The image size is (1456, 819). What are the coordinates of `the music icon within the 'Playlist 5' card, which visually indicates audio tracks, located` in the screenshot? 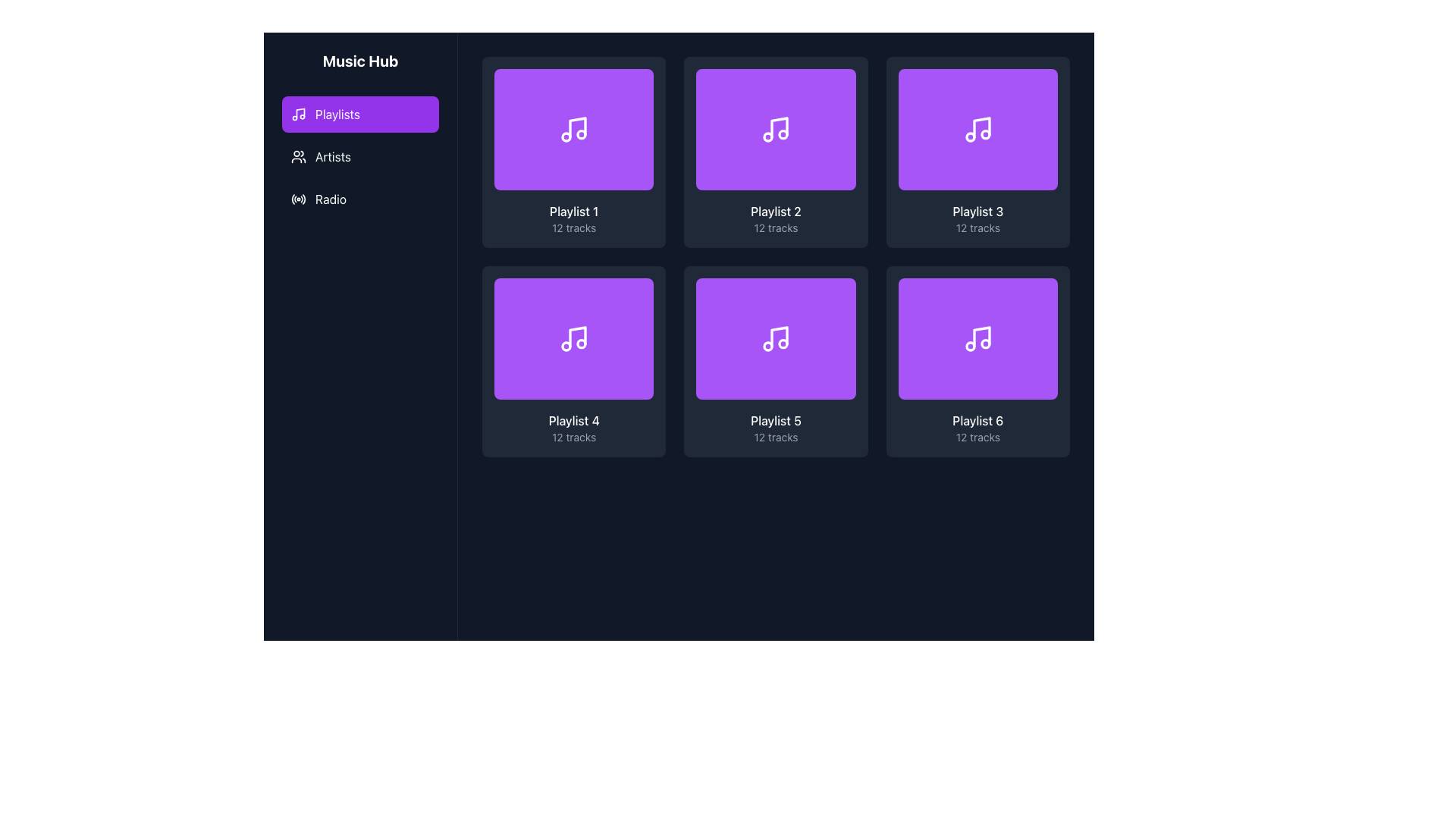 It's located at (776, 338).